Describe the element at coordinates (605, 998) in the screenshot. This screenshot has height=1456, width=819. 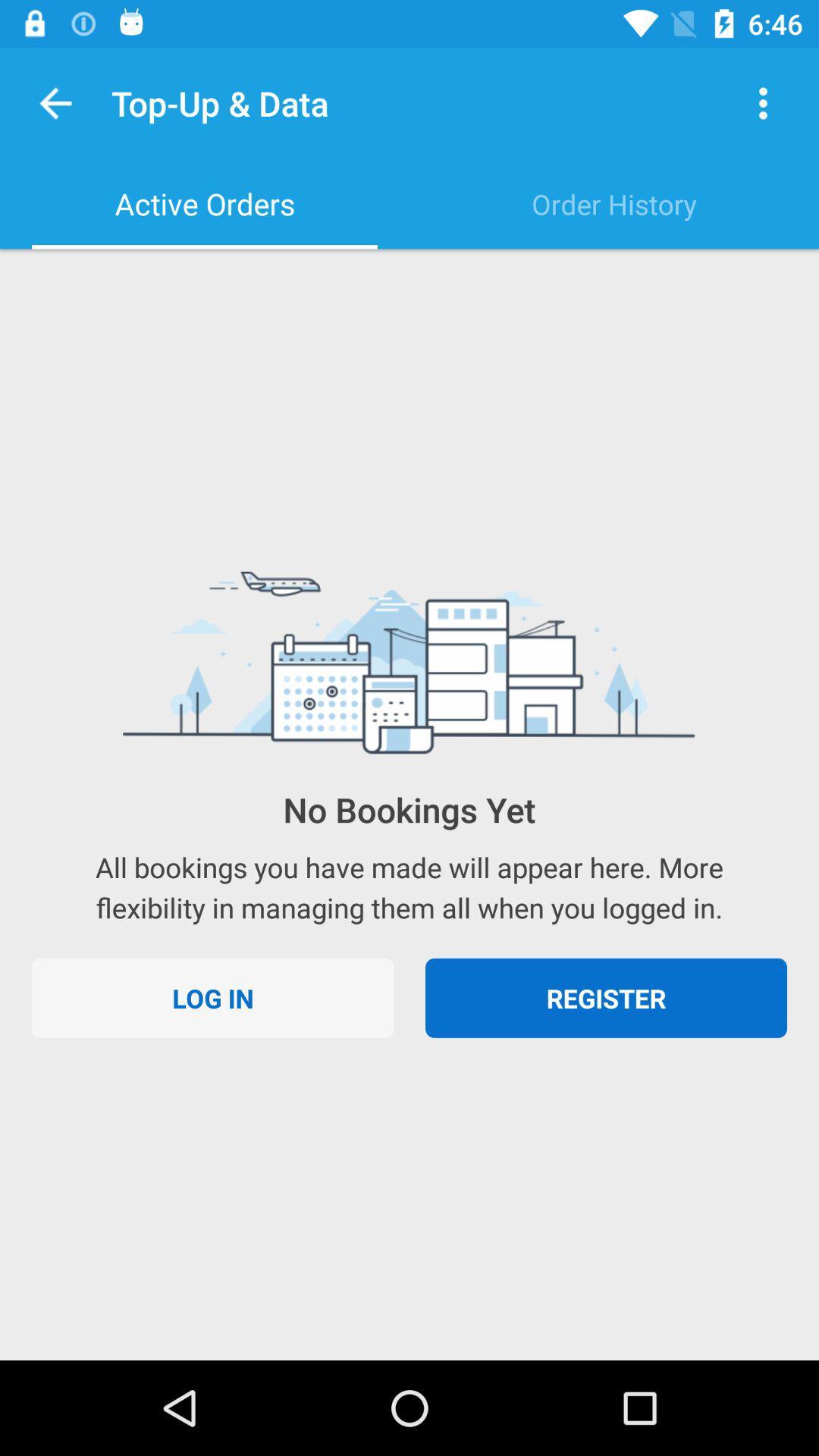
I see `the register at the bottom right corner` at that location.